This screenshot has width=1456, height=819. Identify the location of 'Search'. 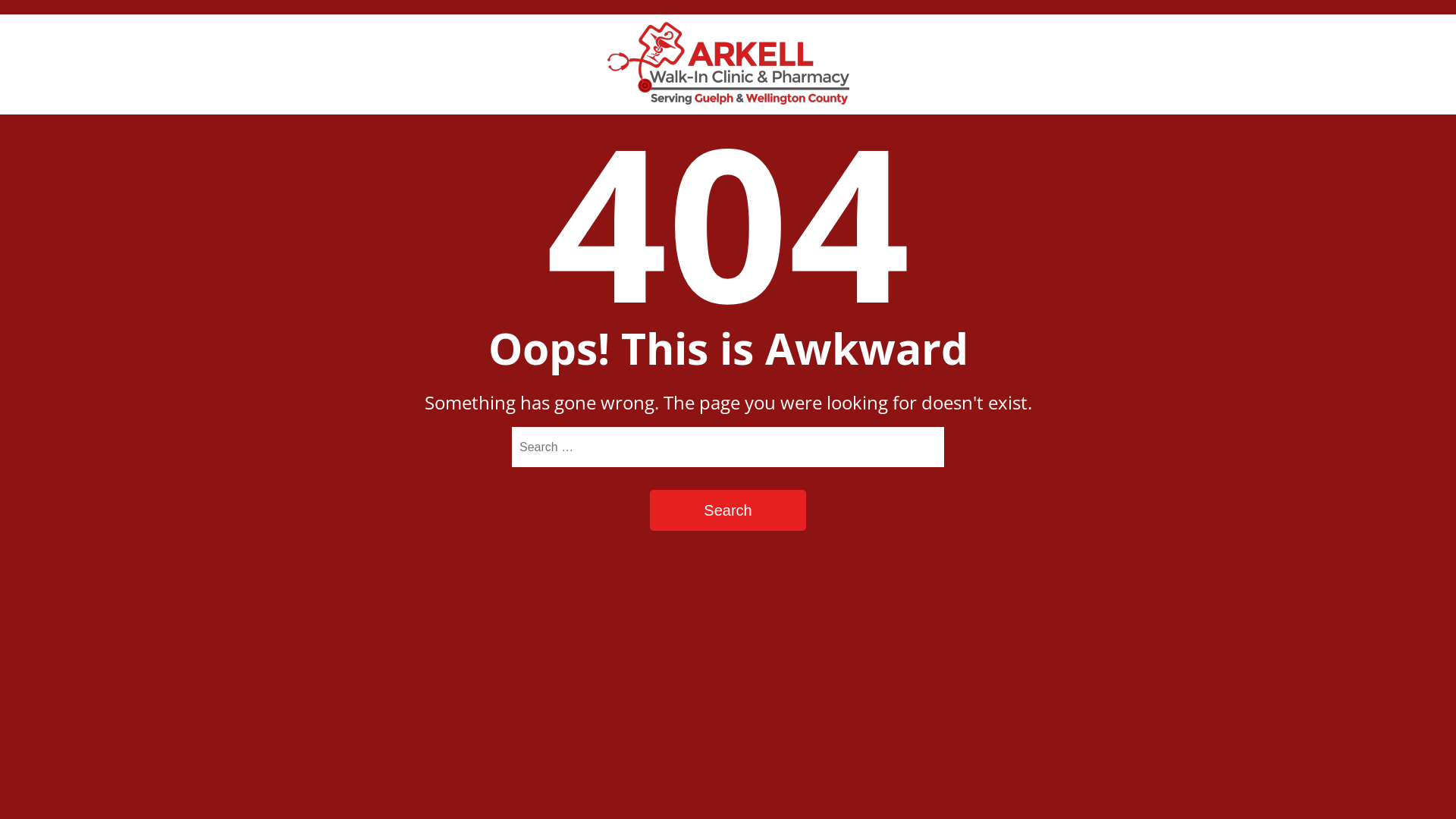
(728, 510).